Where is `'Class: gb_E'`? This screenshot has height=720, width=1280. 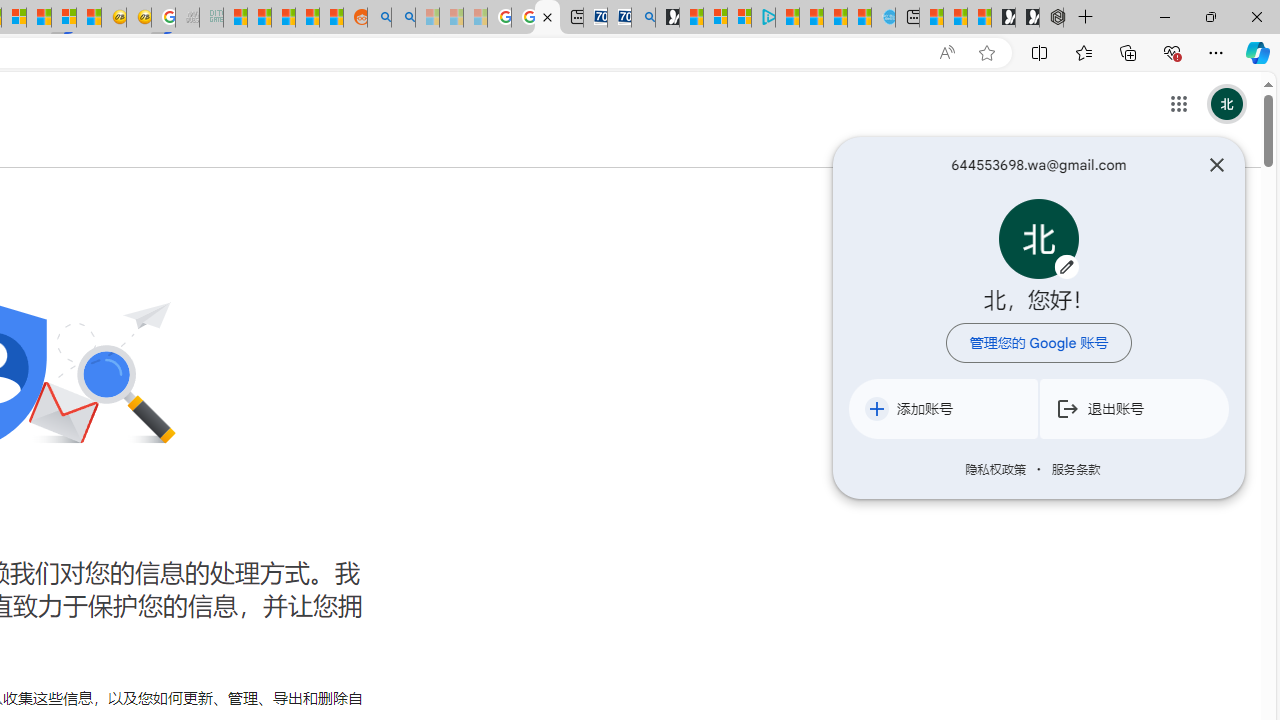 'Class: gb_E' is located at coordinates (1178, 104).